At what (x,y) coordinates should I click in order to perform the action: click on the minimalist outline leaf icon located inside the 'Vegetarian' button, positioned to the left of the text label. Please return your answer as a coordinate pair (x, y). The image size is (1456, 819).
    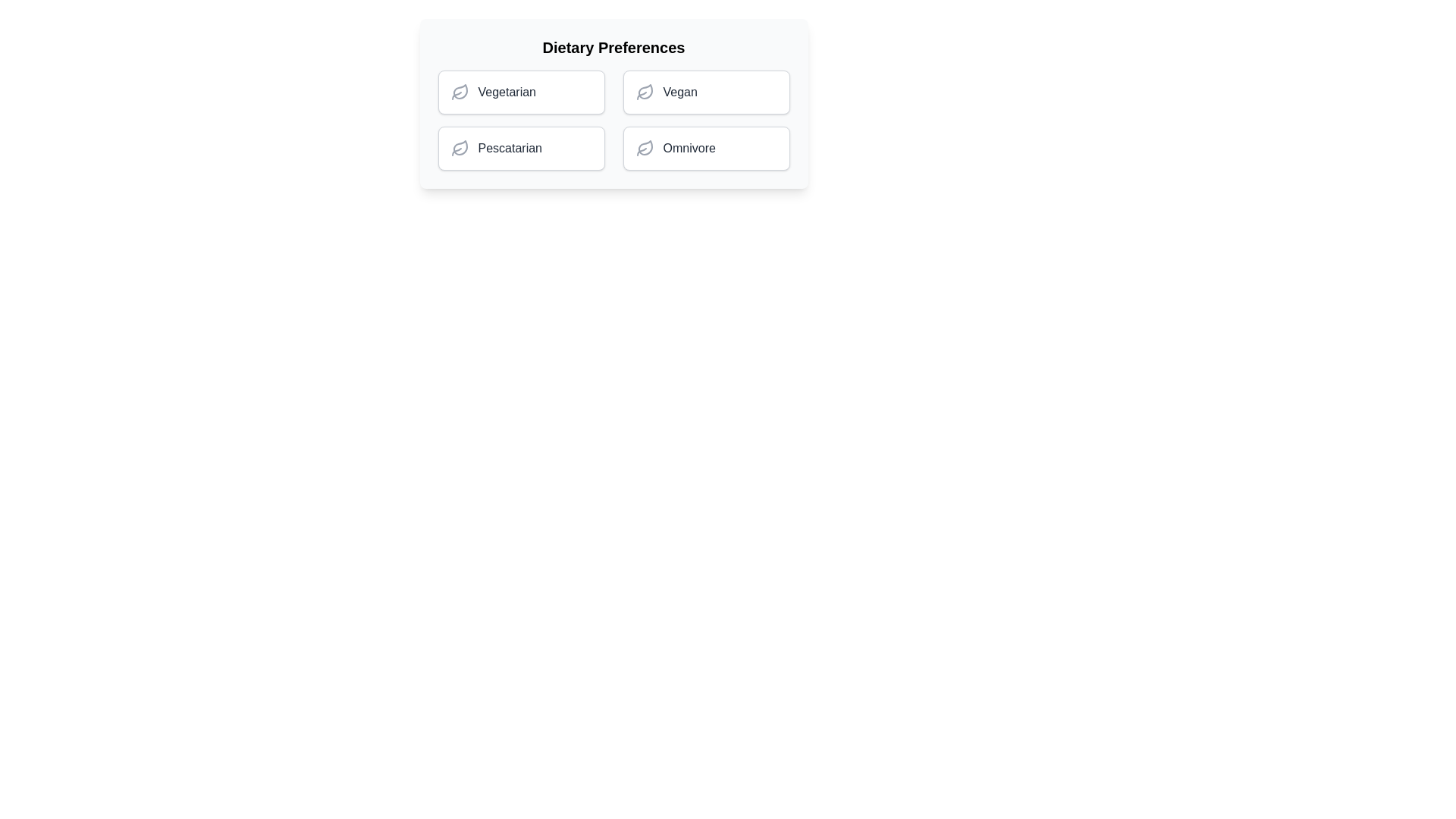
    Looking at the image, I should click on (459, 93).